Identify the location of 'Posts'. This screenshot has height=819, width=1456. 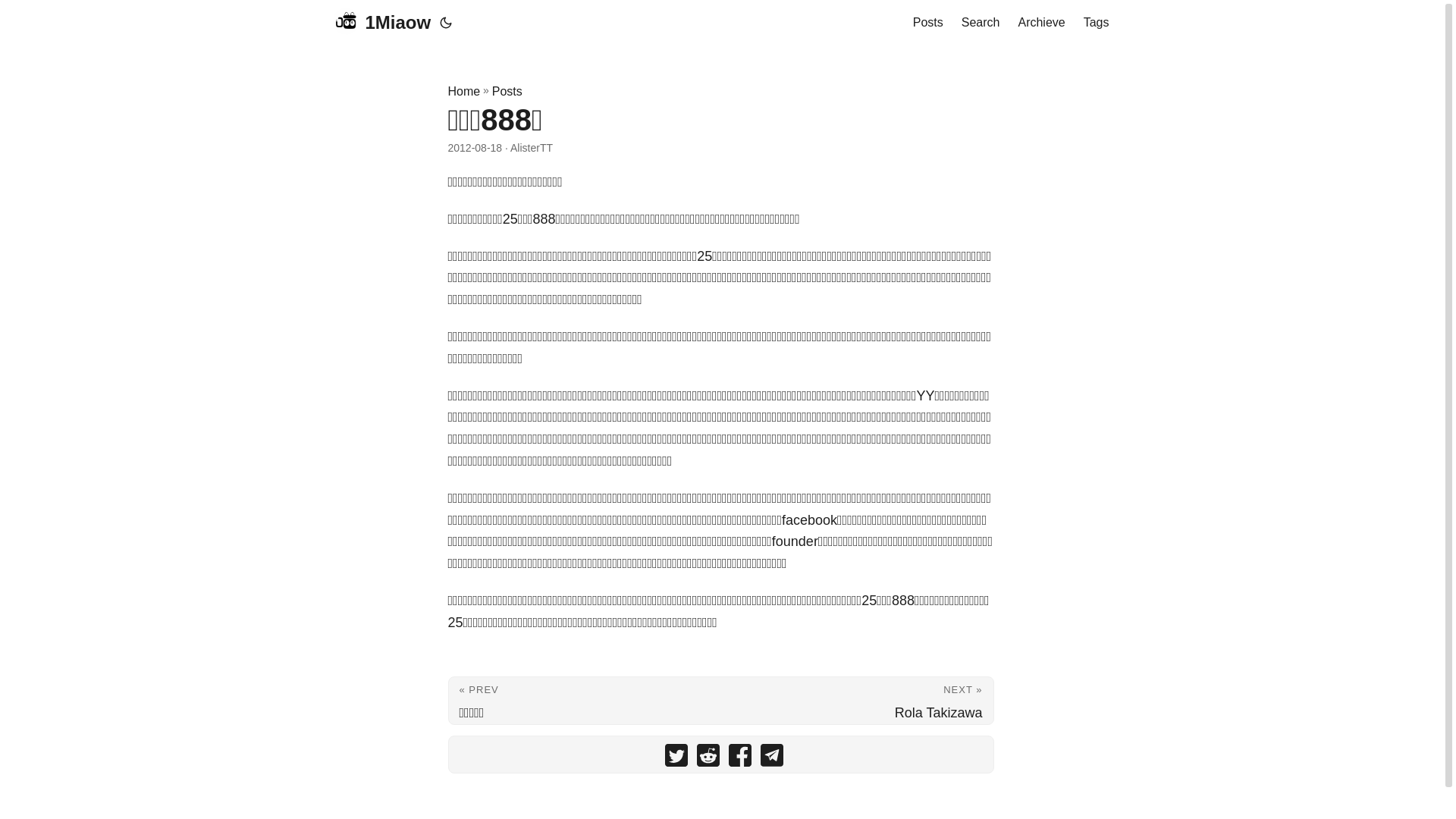
(491, 91).